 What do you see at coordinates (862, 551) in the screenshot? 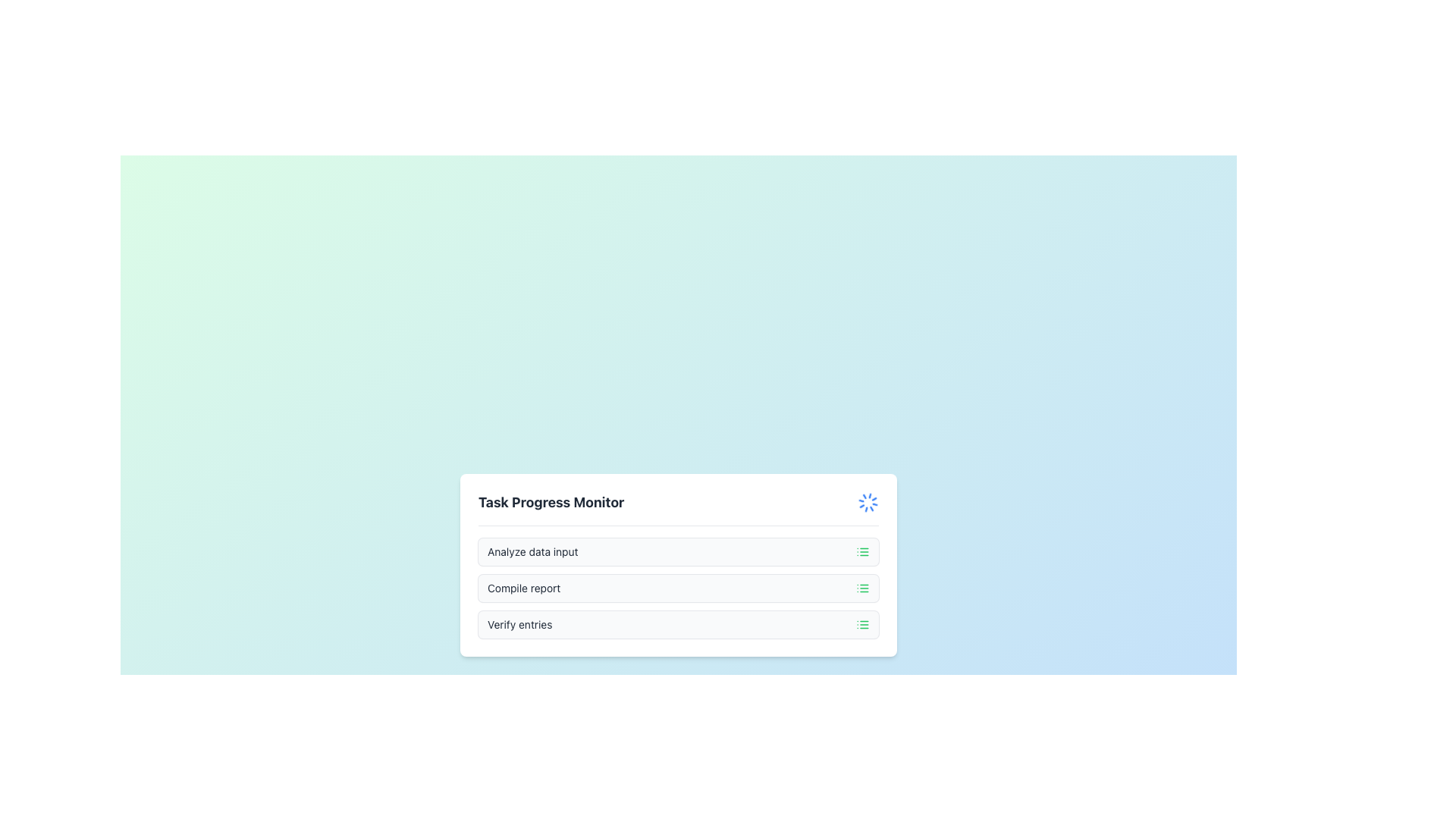
I see `the green list/menu icon located at the top-right corner of the 'Analyze data input' group box` at bounding box center [862, 551].